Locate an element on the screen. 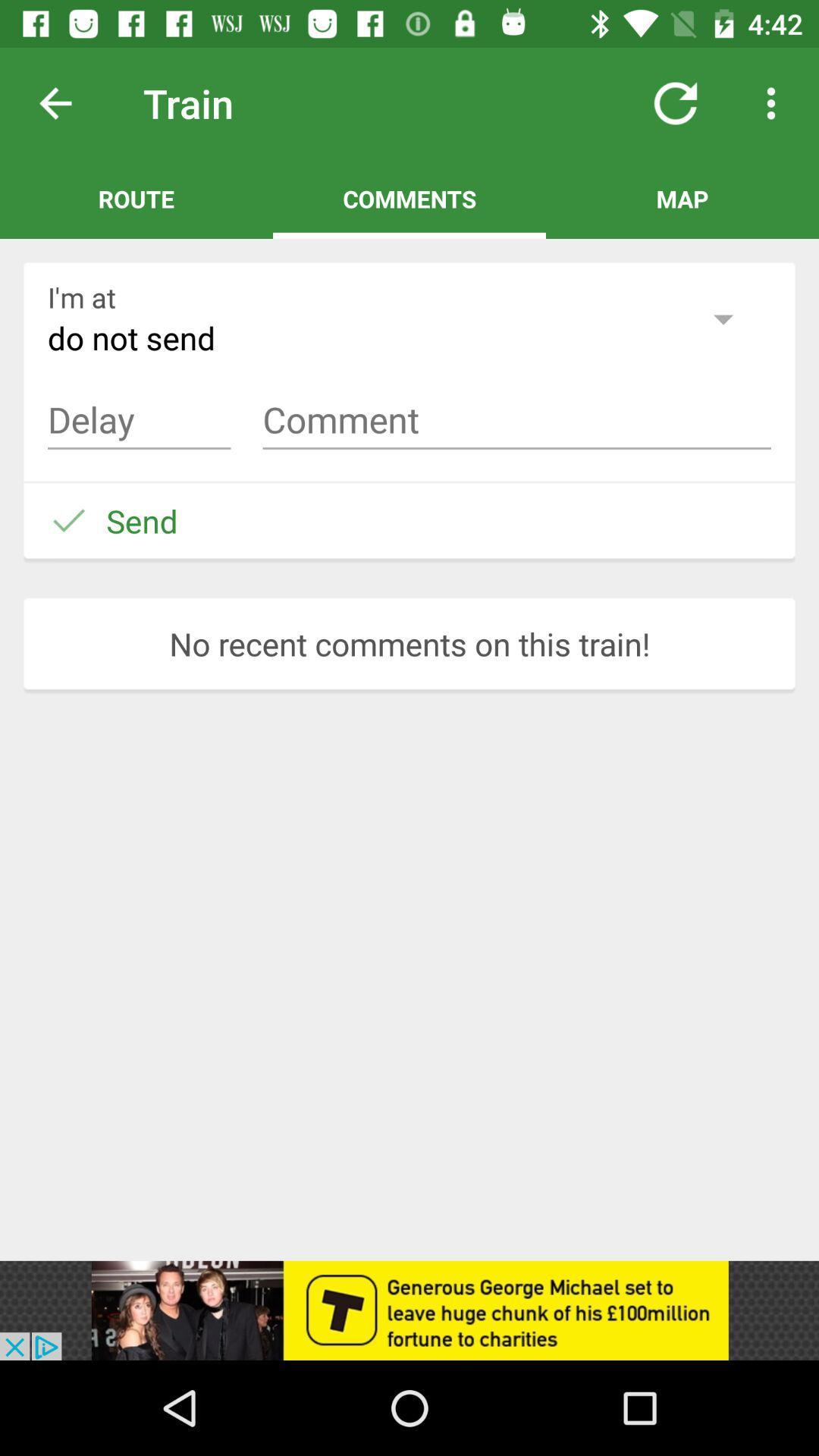  the text box which says delay is located at coordinates (140, 420).